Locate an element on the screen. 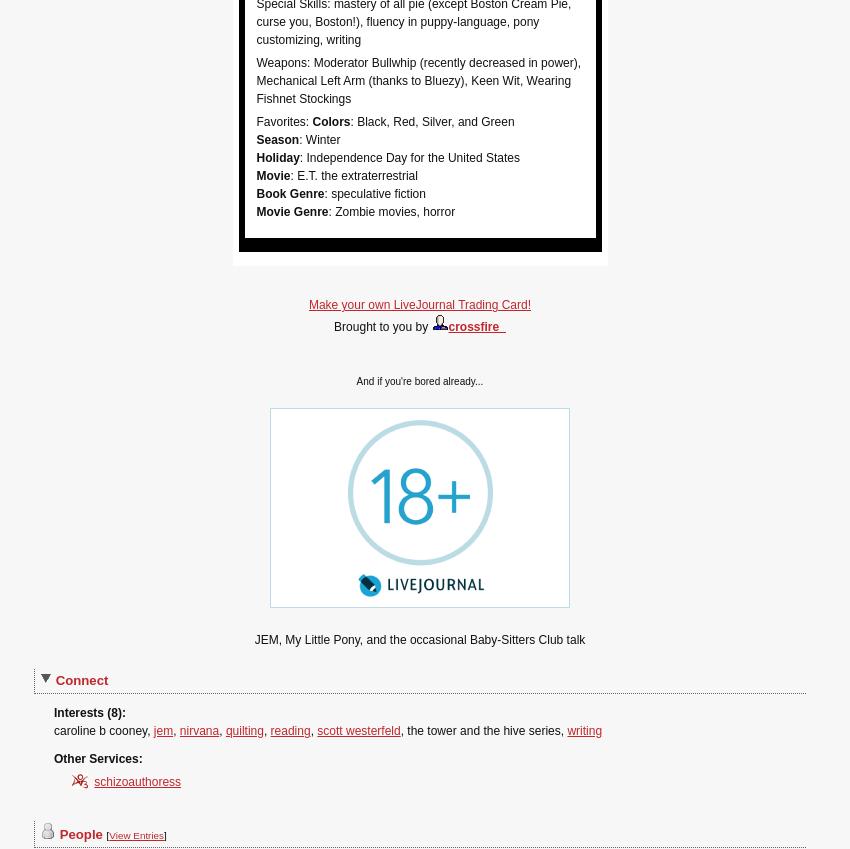 Image resolution: width=850 pixels, height=849 pixels. 'Weapons:' is located at coordinates (283, 62).